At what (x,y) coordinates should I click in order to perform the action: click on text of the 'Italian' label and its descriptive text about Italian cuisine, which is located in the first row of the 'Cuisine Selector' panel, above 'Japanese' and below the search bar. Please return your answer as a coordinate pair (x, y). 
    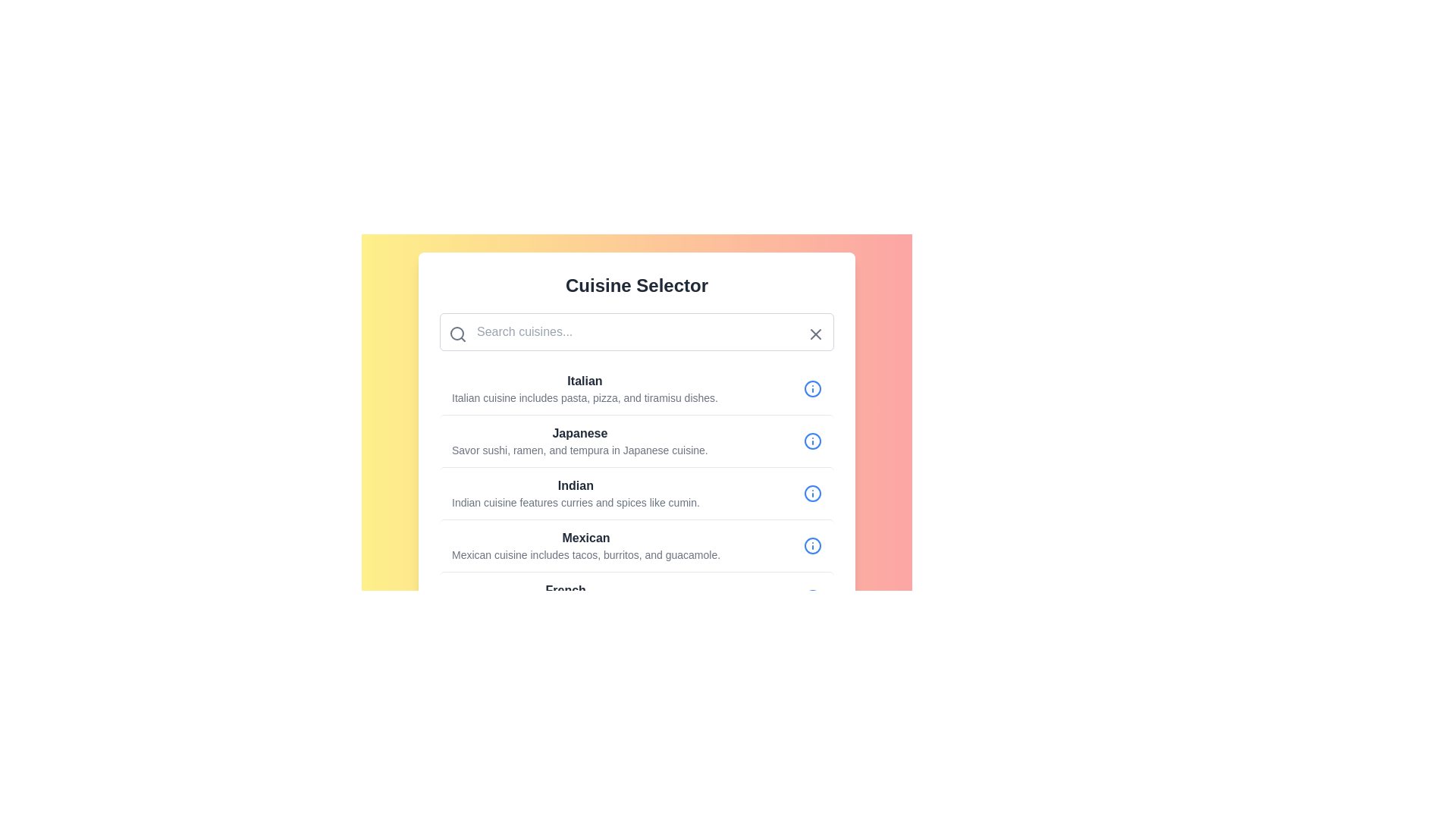
    Looking at the image, I should click on (584, 388).